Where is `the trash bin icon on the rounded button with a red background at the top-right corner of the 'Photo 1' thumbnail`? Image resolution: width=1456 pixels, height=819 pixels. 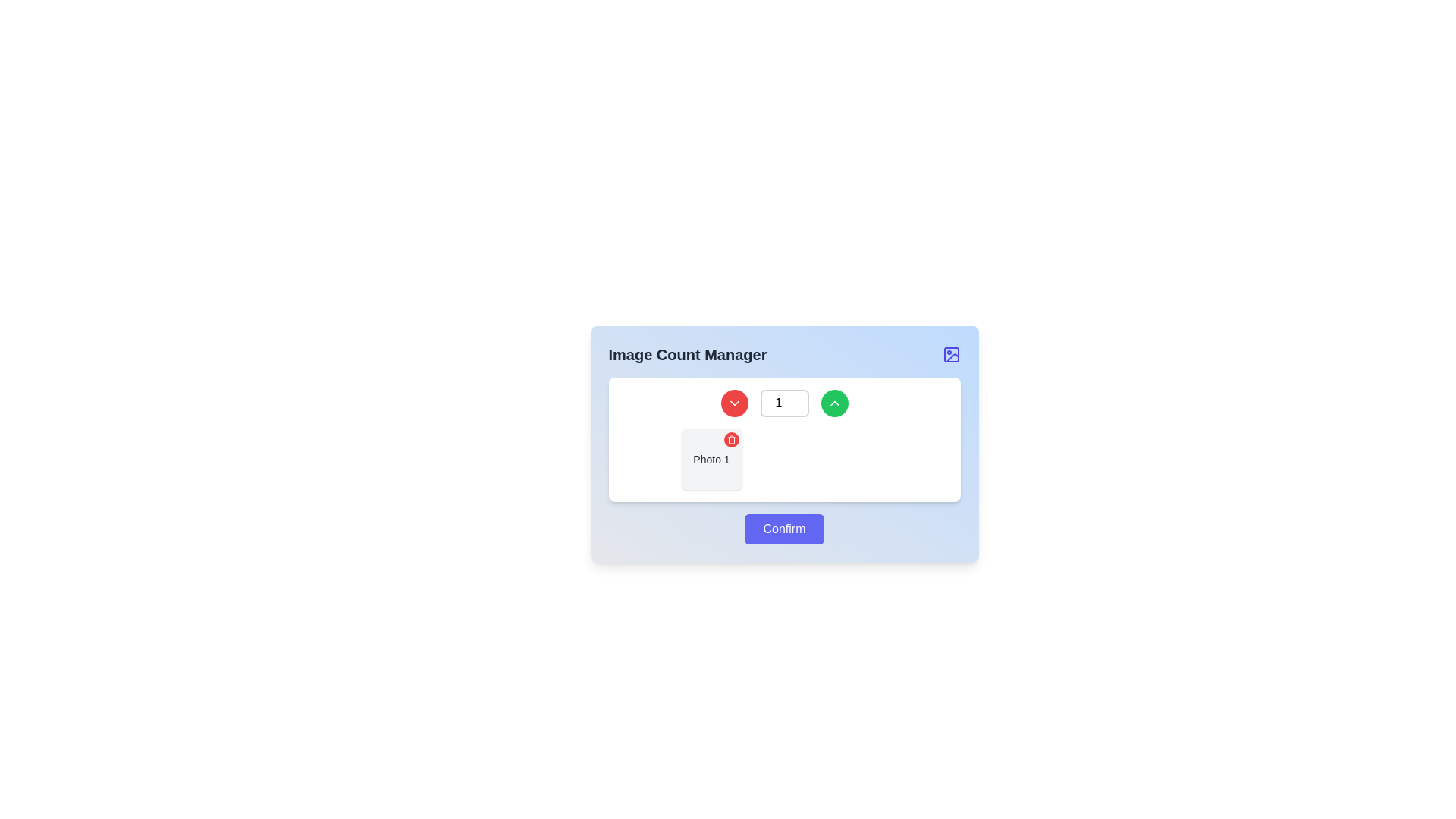 the trash bin icon on the rounded button with a red background at the top-right corner of the 'Photo 1' thumbnail is located at coordinates (731, 439).